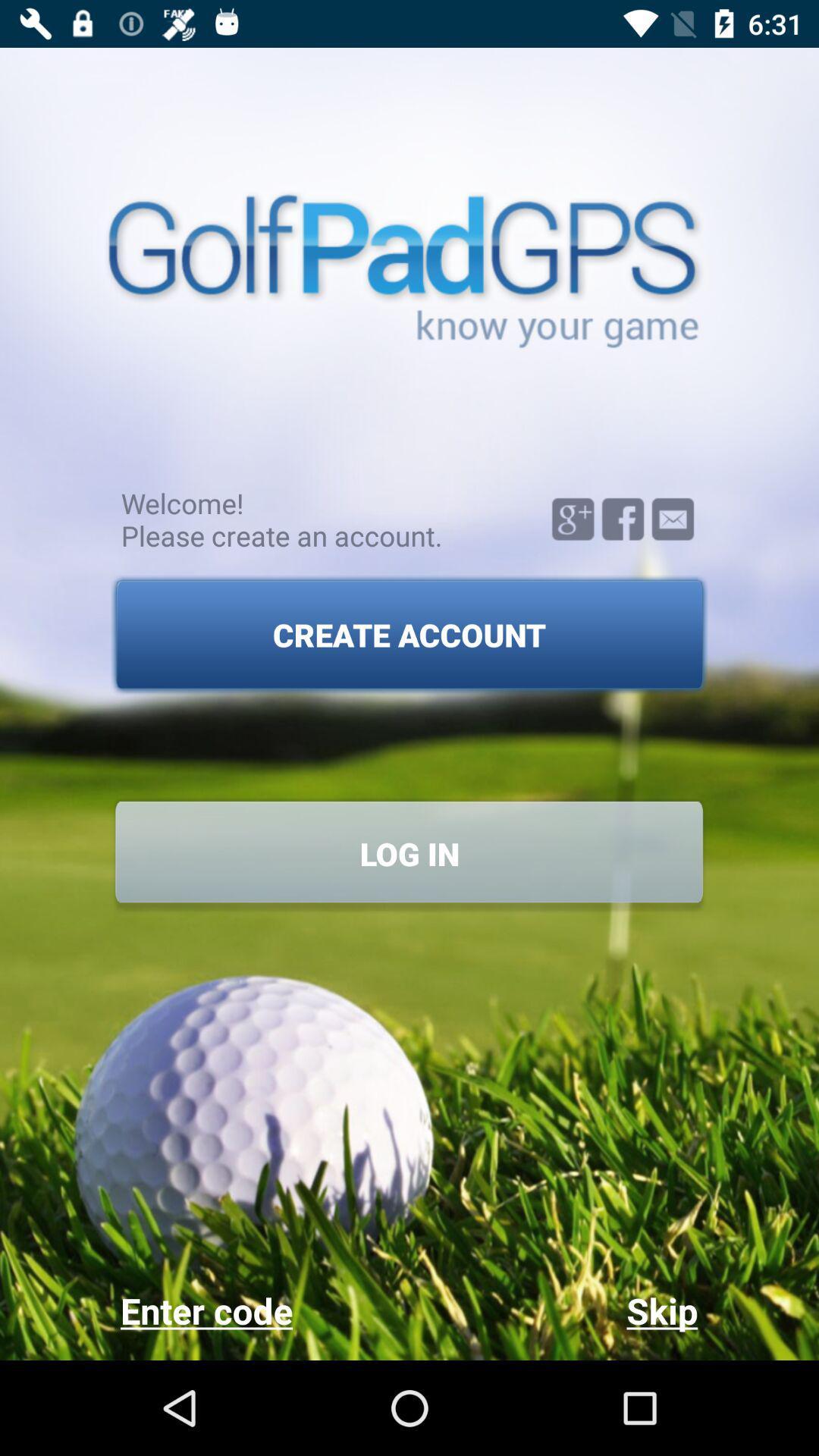 Image resolution: width=819 pixels, height=1456 pixels. What do you see at coordinates (553, 1310) in the screenshot?
I see `the item to the right of the enter code icon` at bounding box center [553, 1310].